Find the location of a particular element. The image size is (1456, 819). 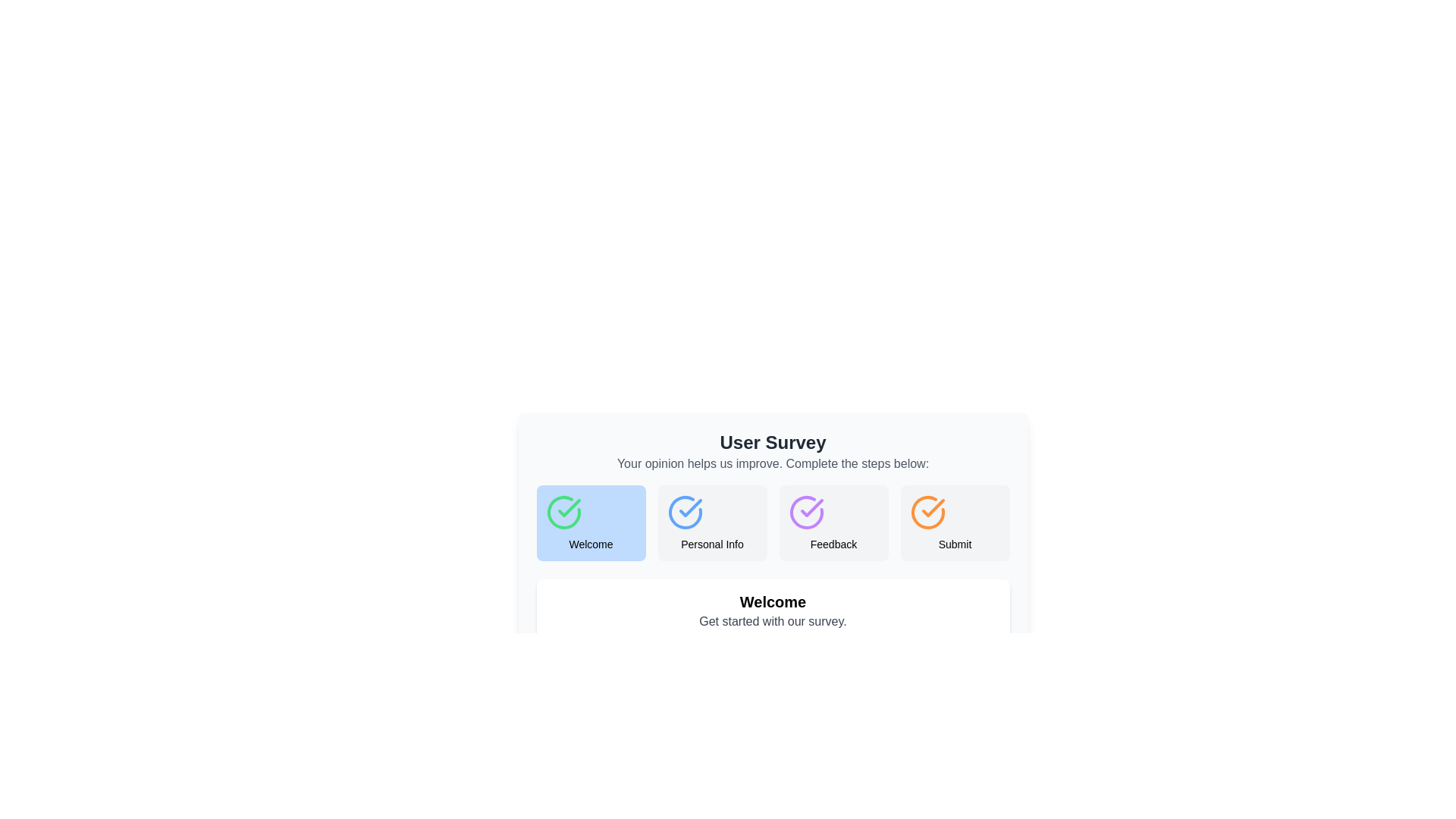

the green circular progress icon with an open outline that resembles a checkmark, located in the upper-left of the grid layout, above the 'Welcome' label is located at coordinates (563, 512).